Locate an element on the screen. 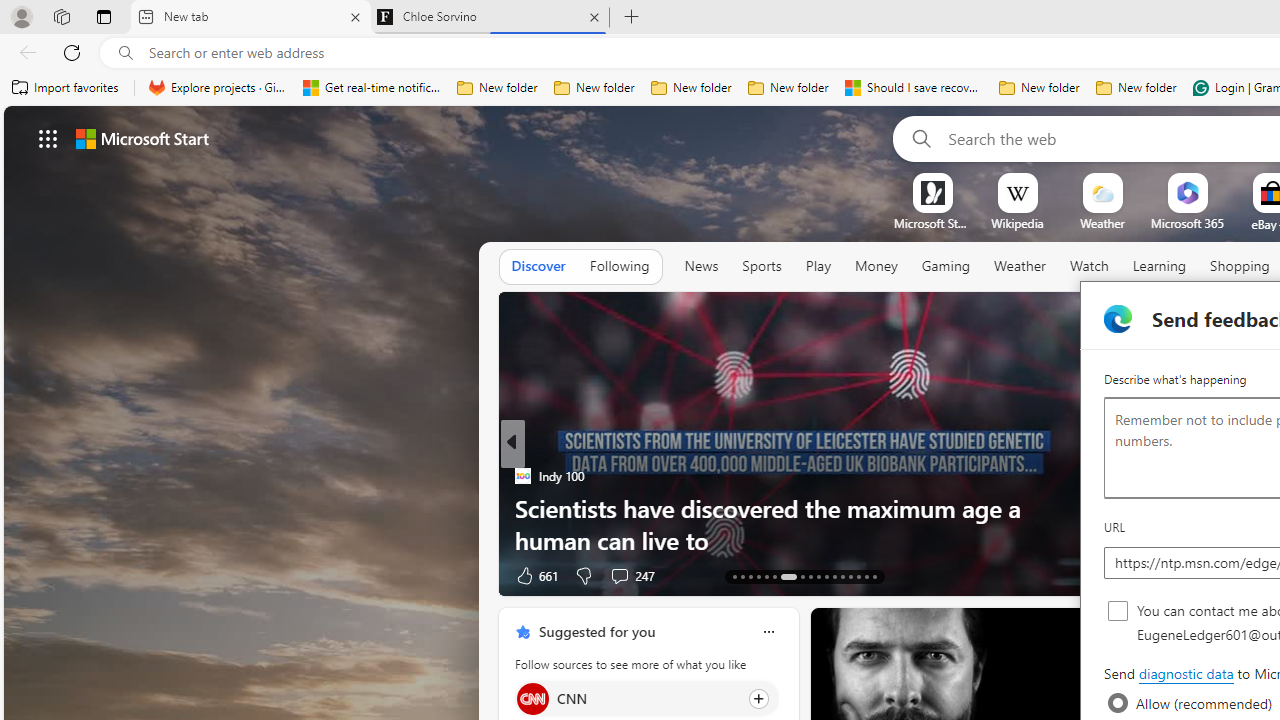  'Sports' is located at coordinates (760, 265).